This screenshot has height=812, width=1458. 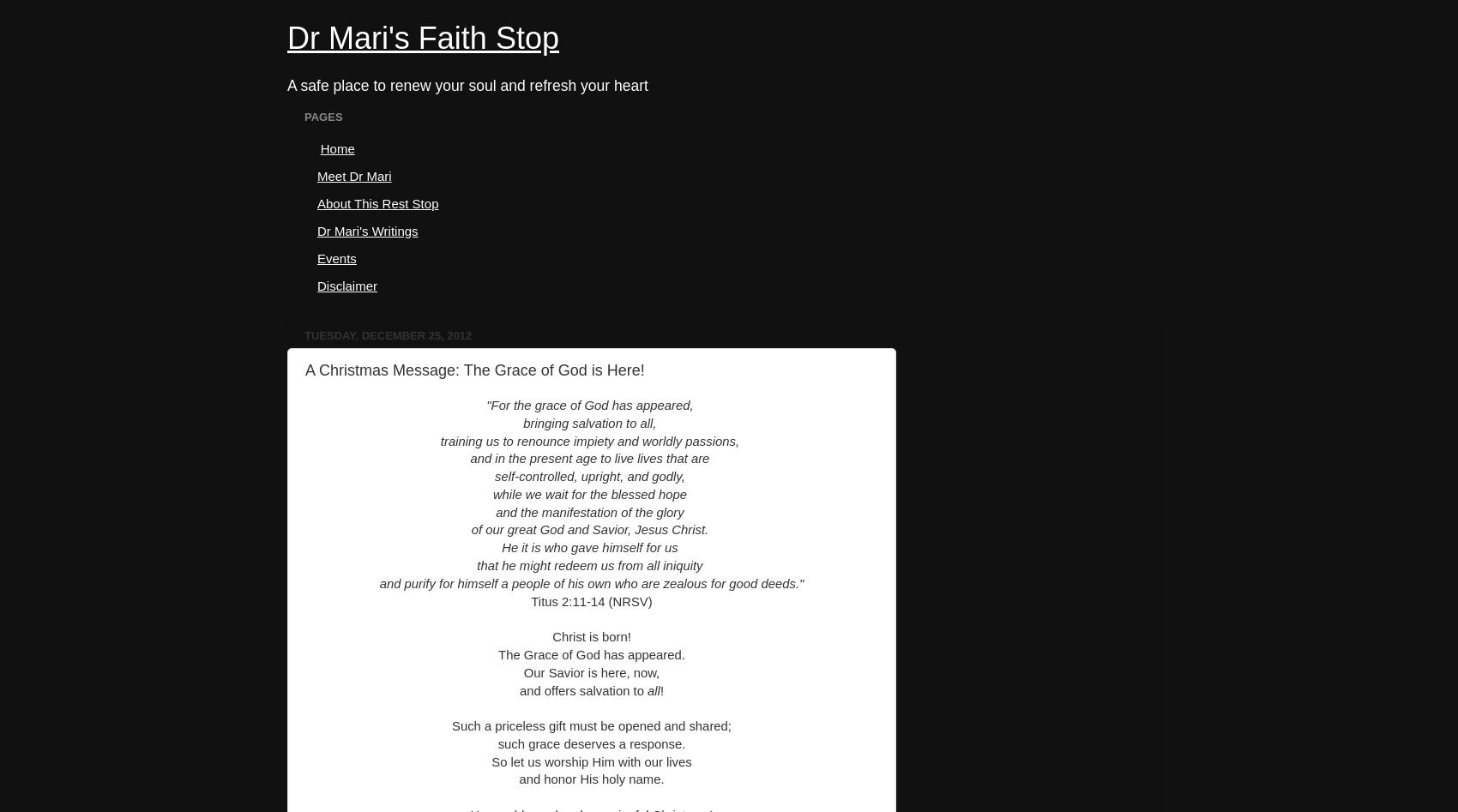 I want to click on 'Meet Dr Mari', so click(x=352, y=175).